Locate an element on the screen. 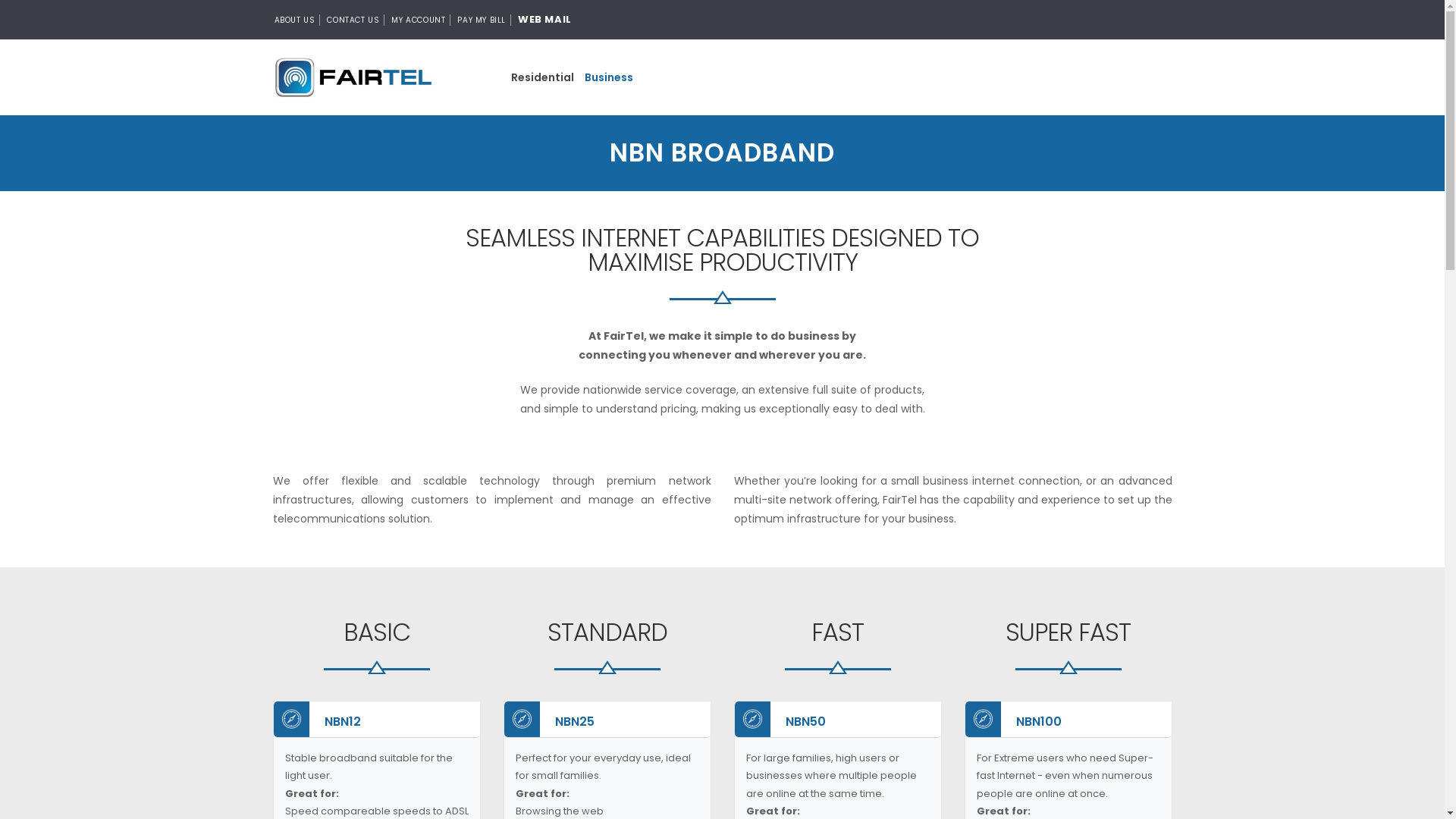 The image size is (1456, 819). 'Residential' is located at coordinates (505, 77).